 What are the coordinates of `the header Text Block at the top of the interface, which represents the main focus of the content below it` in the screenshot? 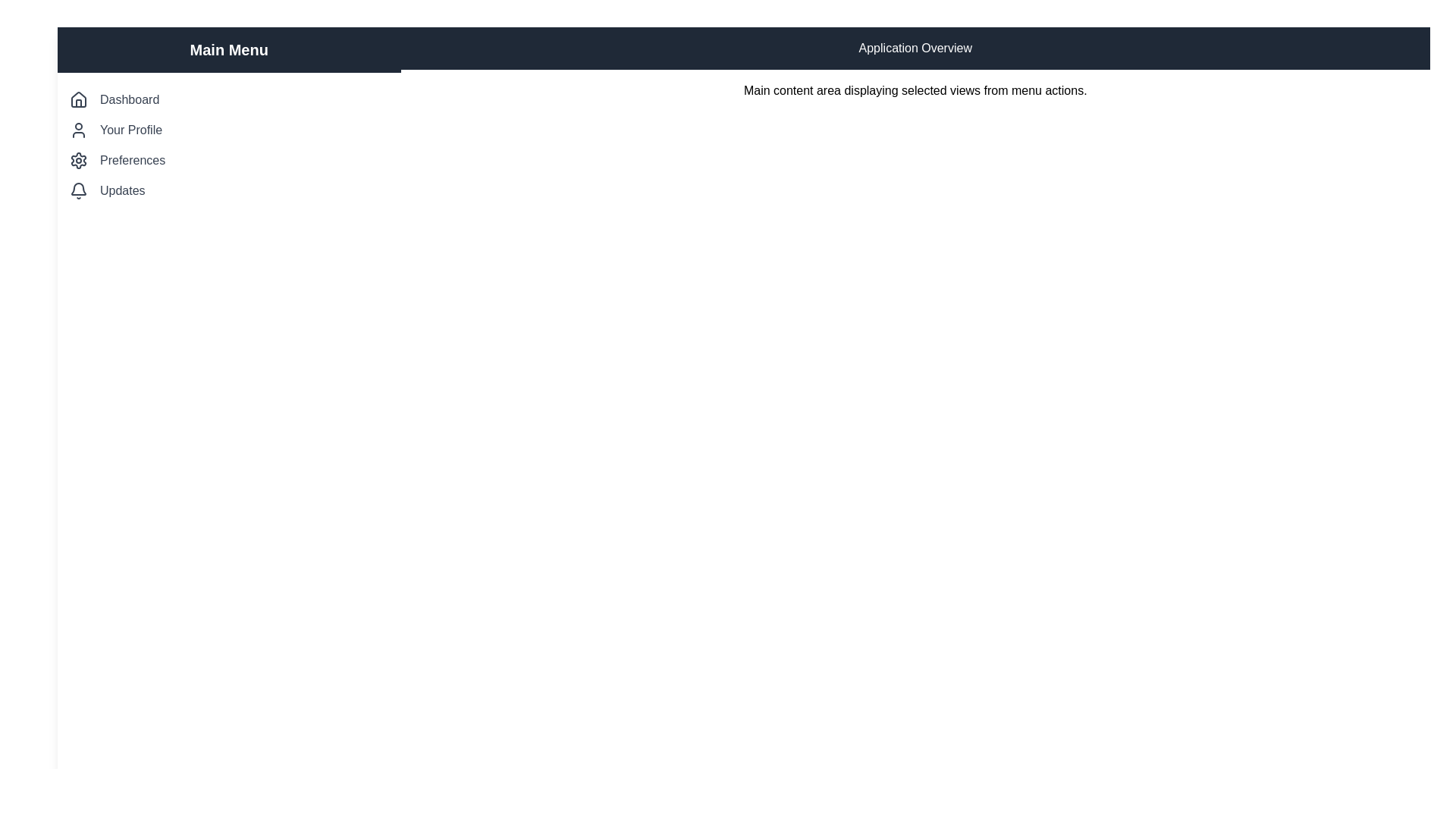 It's located at (915, 48).